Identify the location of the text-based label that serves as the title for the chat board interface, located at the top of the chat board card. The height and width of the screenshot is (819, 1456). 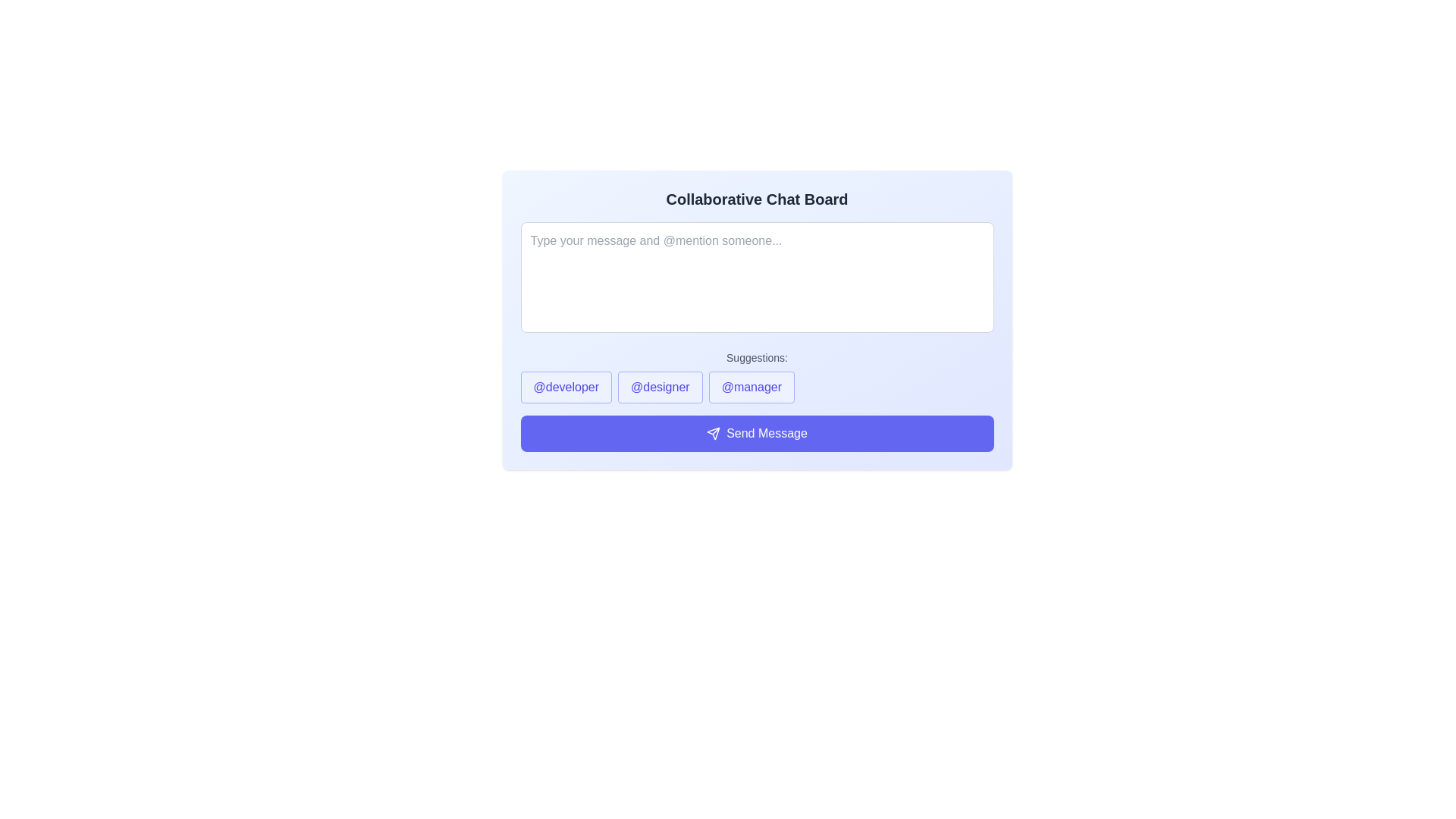
(757, 198).